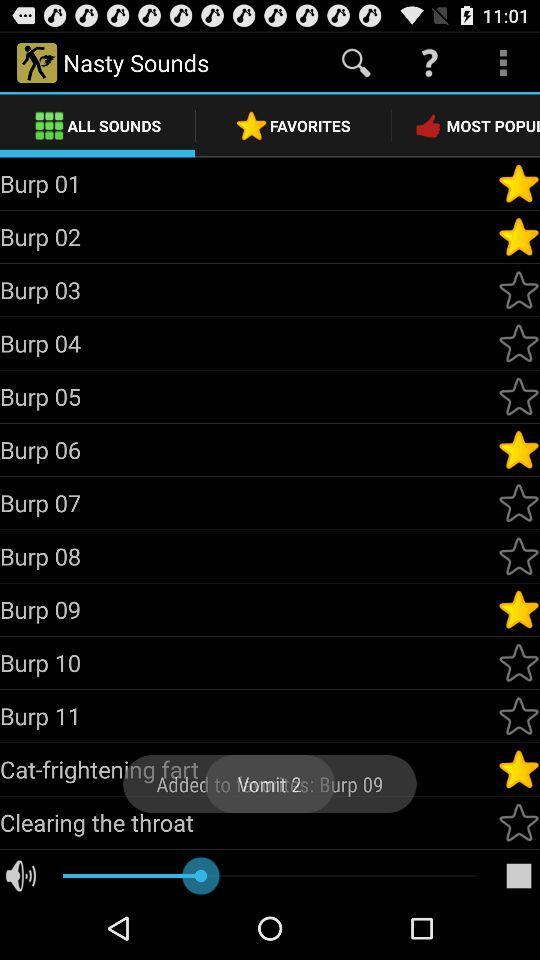  Describe the element at coordinates (248, 662) in the screenshot. I see `the burp 10` at that location.